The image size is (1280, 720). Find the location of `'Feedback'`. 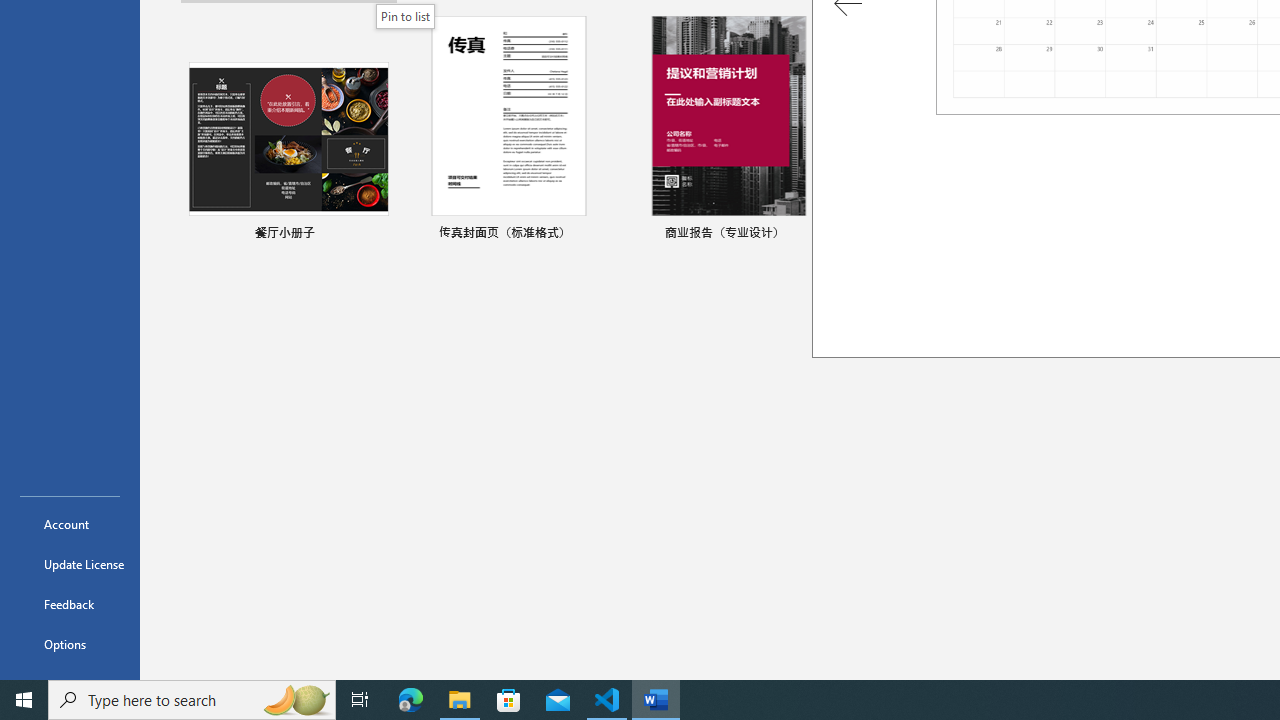

'Feedback' is located at coordinates (69, 603).